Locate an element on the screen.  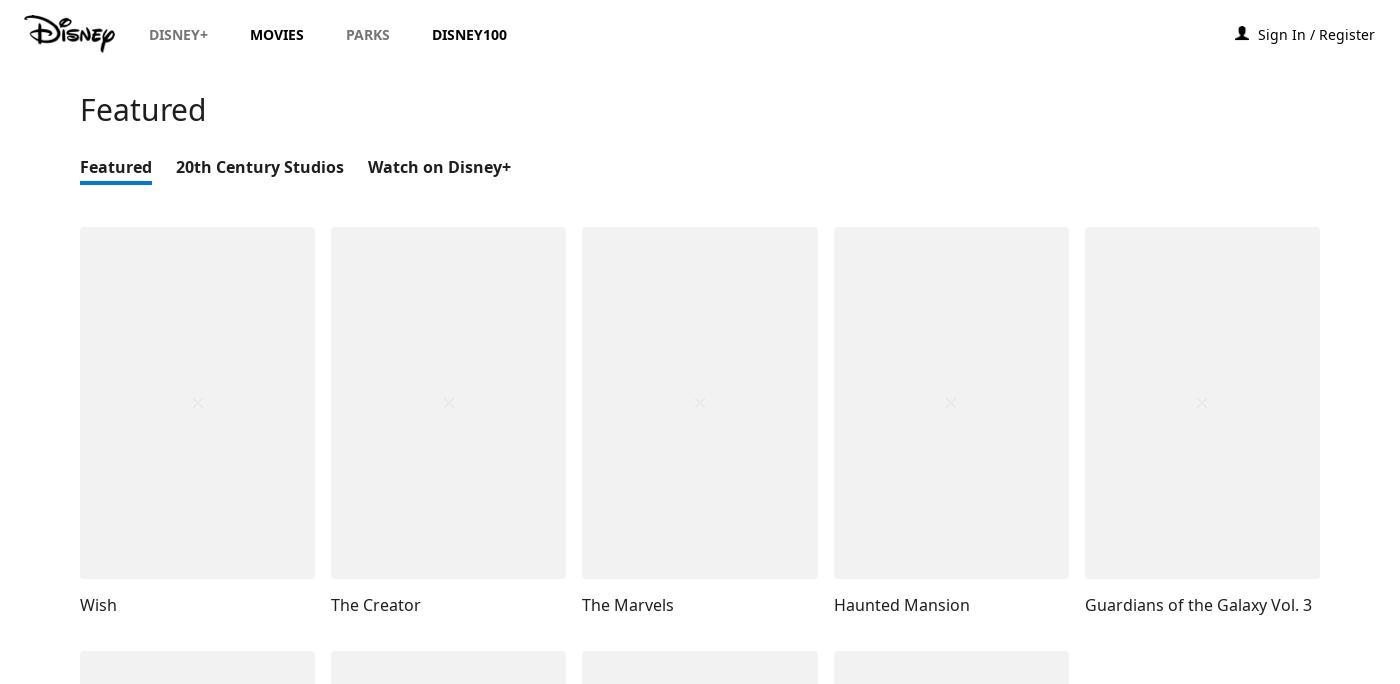
'PARKS' is located at coordinates (368, 34).